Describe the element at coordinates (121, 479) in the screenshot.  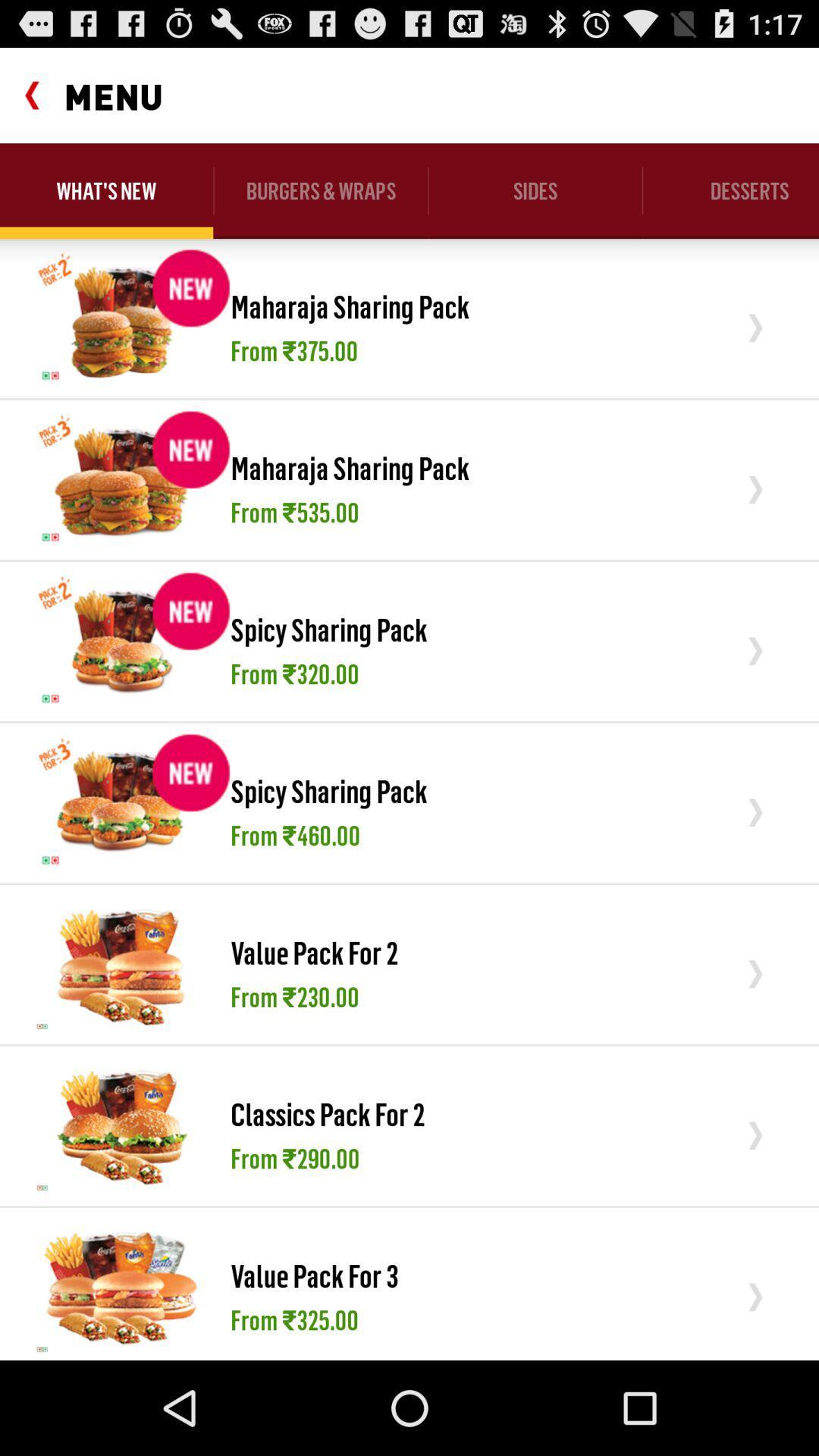
I see `item to the left of maharaja sharing pack item` at that location.